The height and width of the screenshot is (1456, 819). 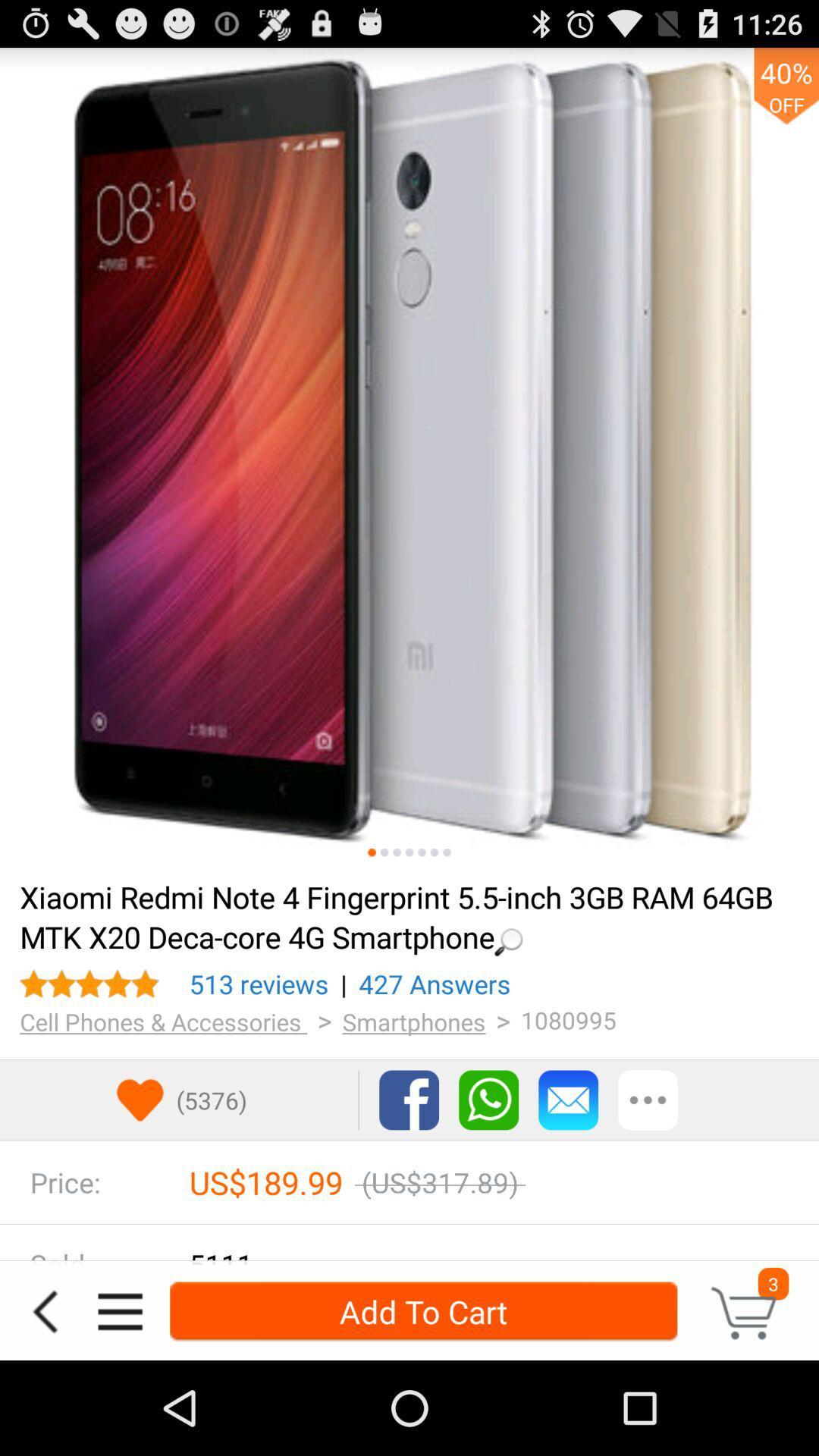 What do you see at coordinates (648, 1100) in the screenshot?
I see `more options` at bounding box center [648, 1100].